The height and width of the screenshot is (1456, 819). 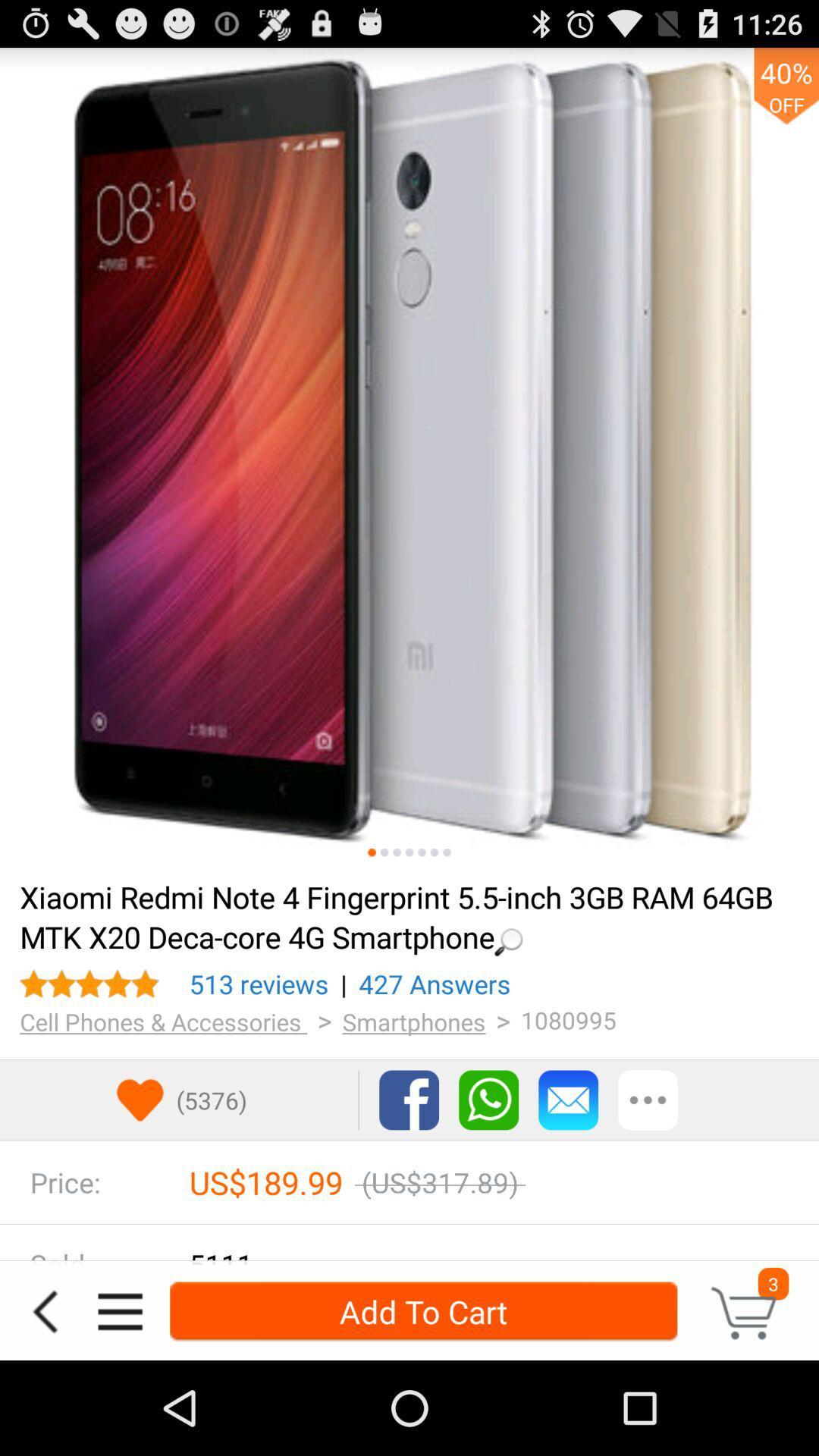 What do you see at coordinates (648, 1100) in the screenshot?
I see `more options` at bounding box center [648, 1100].